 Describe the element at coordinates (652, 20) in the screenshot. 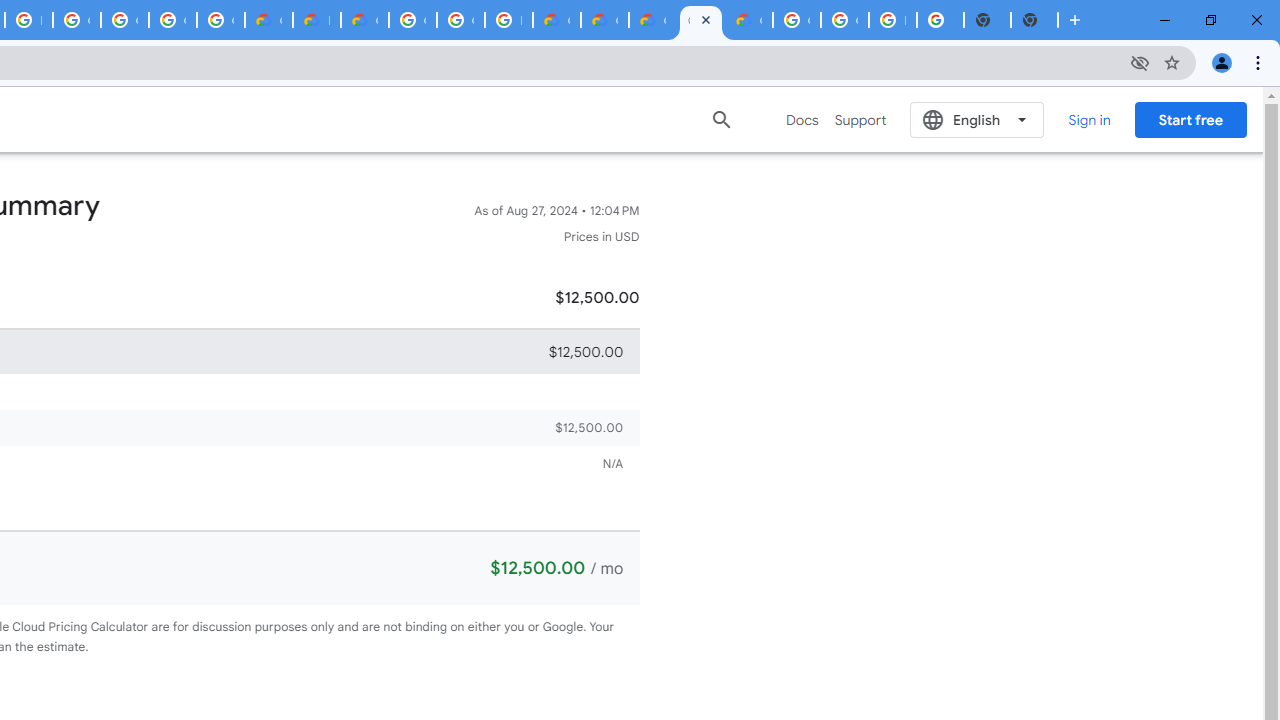

I see `'Google Cloud Estimate Summary'` at that location.